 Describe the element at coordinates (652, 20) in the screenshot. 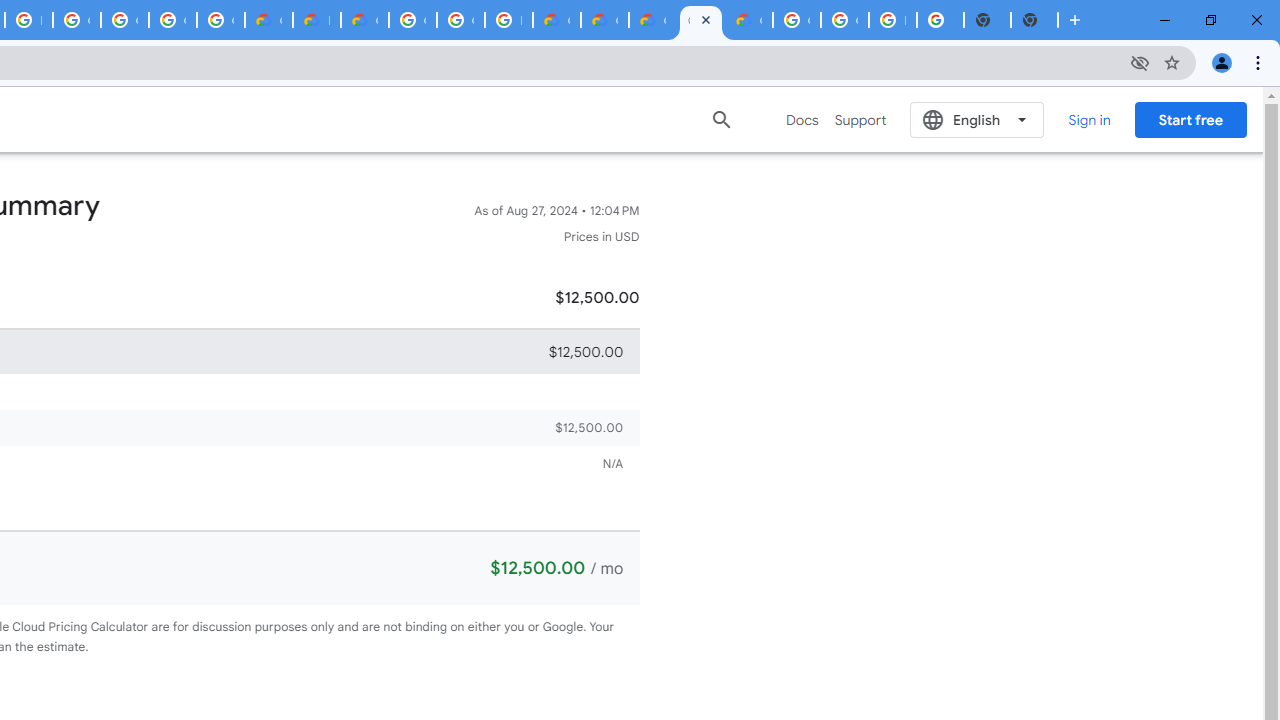

I see `'Google Cloud Estimate Summary'` at that location.